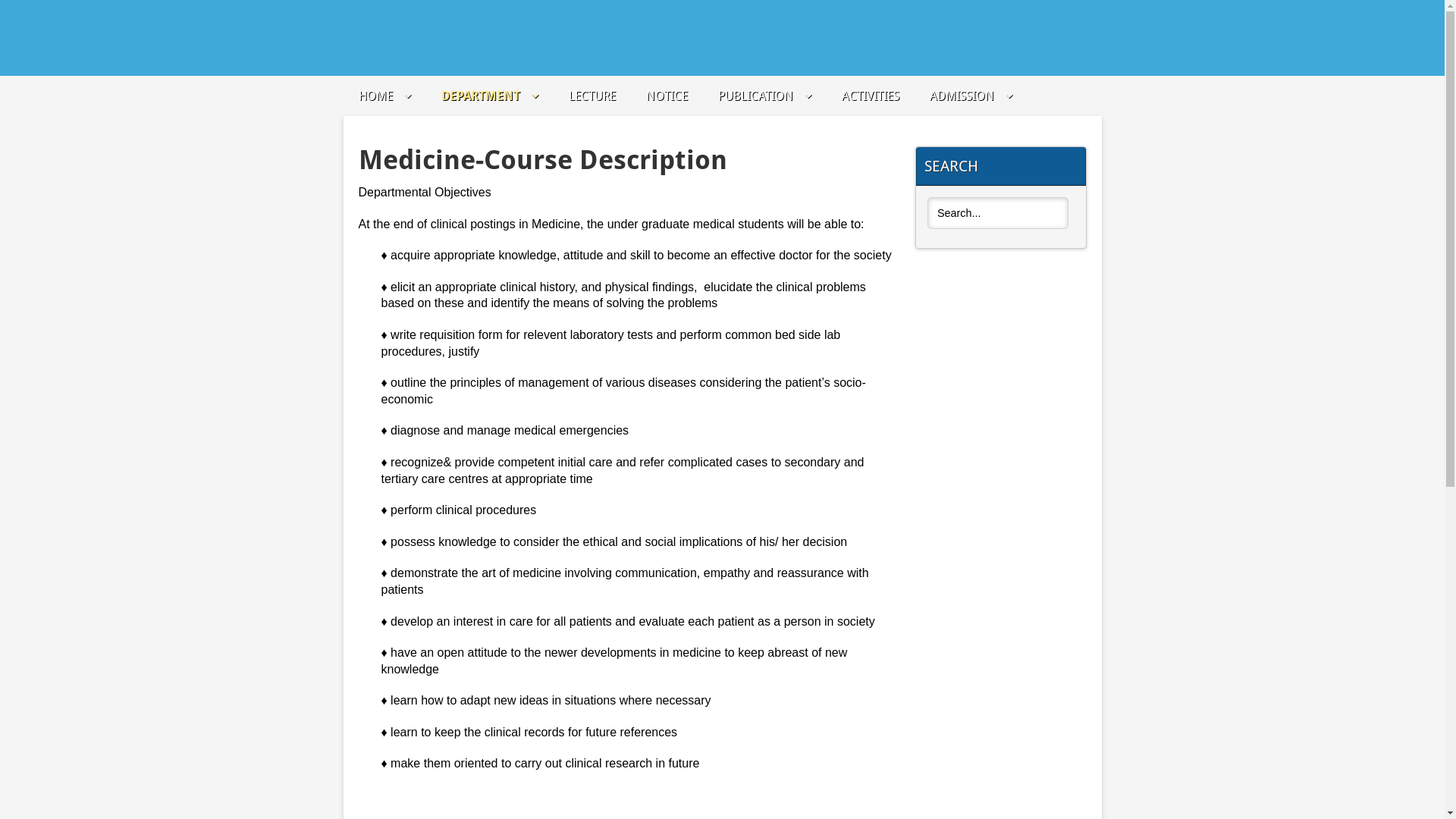 This screenshot has width=1456, height=819. Describe the element at coordinates (542, 159) in the screenshot. I see `'Medicine-Course Description'` at that location.